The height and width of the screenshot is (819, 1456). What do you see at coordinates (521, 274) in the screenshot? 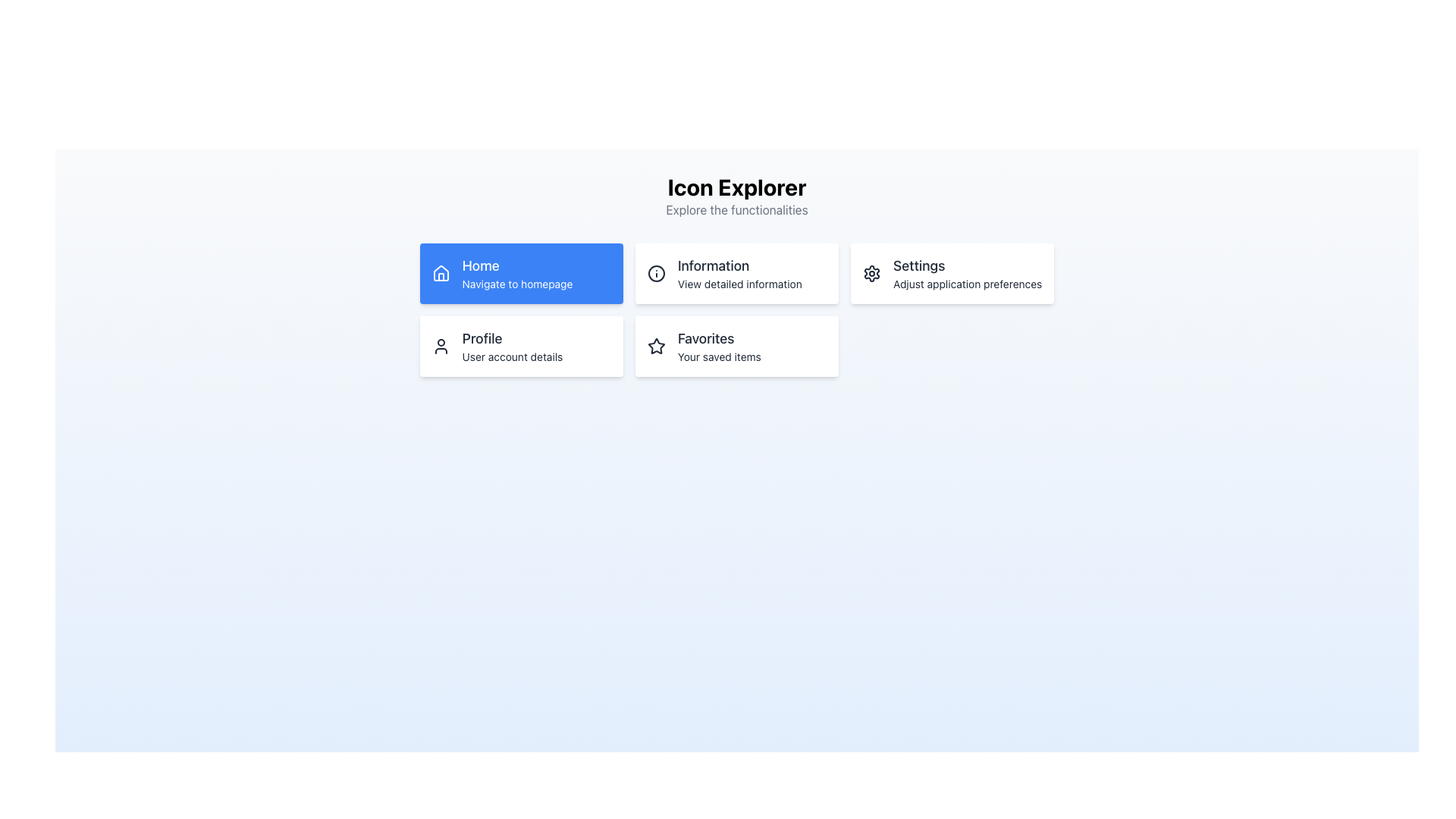
I see `the blue 'Home Navigate to homepage' button located on the top row, leftmost position in its grid layout` at bounding box center [521, 274].